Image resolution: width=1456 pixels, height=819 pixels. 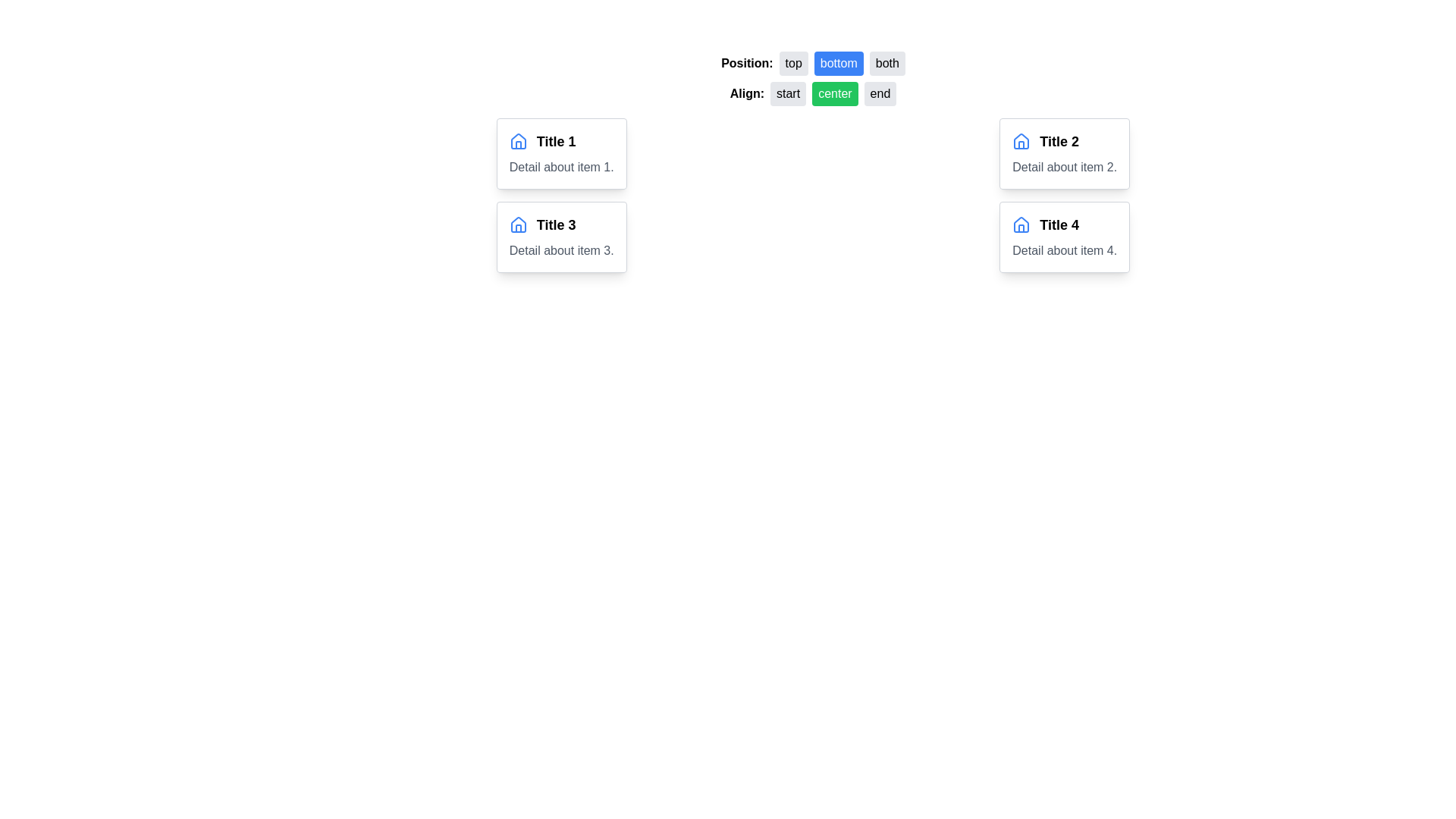 What do you see at coordinates (788, 93) in the screenshot?
I see `the 'start' button located in the 'Align:' row` at bounding box center [788, 93].